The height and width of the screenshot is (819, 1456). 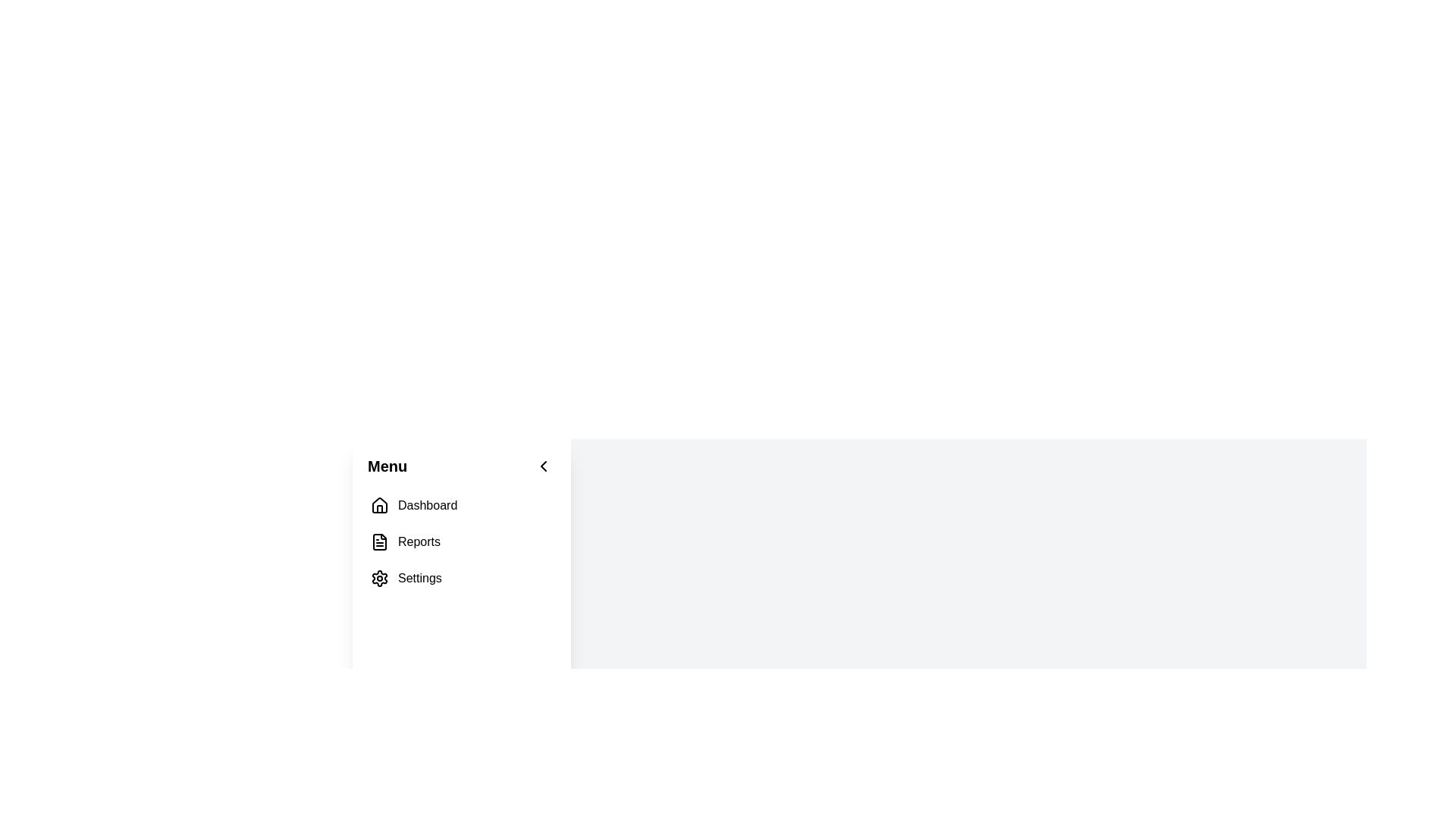 What do you see at coordinates (543, 465) in the screenshot?
I see `the back or collapse button located to the right of the 'Menu' title to change the background color` at bounding box center [543, 465].